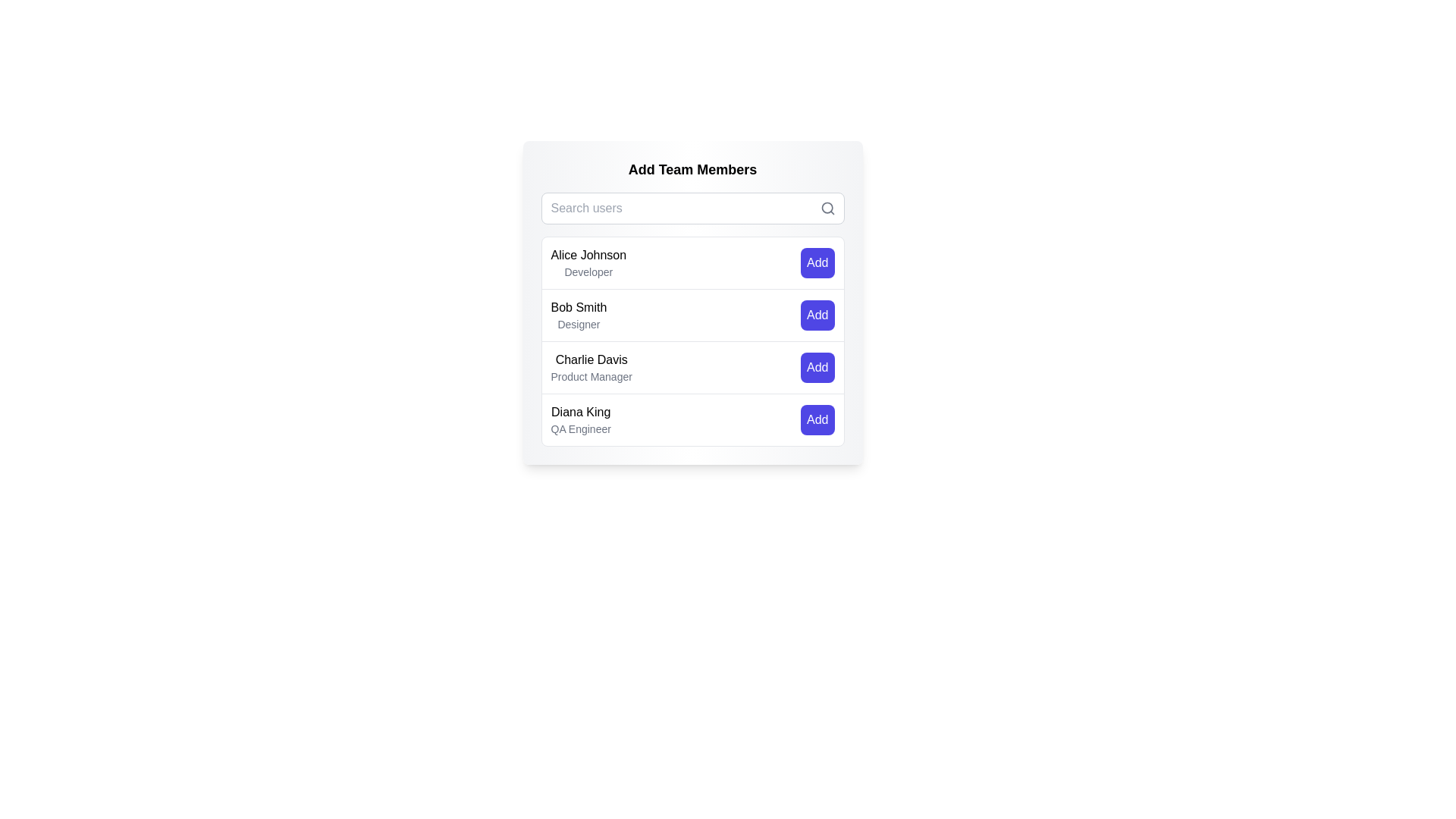 This screenshot has width=1456, height=819. What do you see at coordinates (591, 368) in the screenshot?
I see `the Text display that shows the name and title of a team member in the 'Add Team Members' card, located in the third row between 'Bob Smith - Designer' and 'Diana King - QA Engineer'` at bounding box center [591, 368].